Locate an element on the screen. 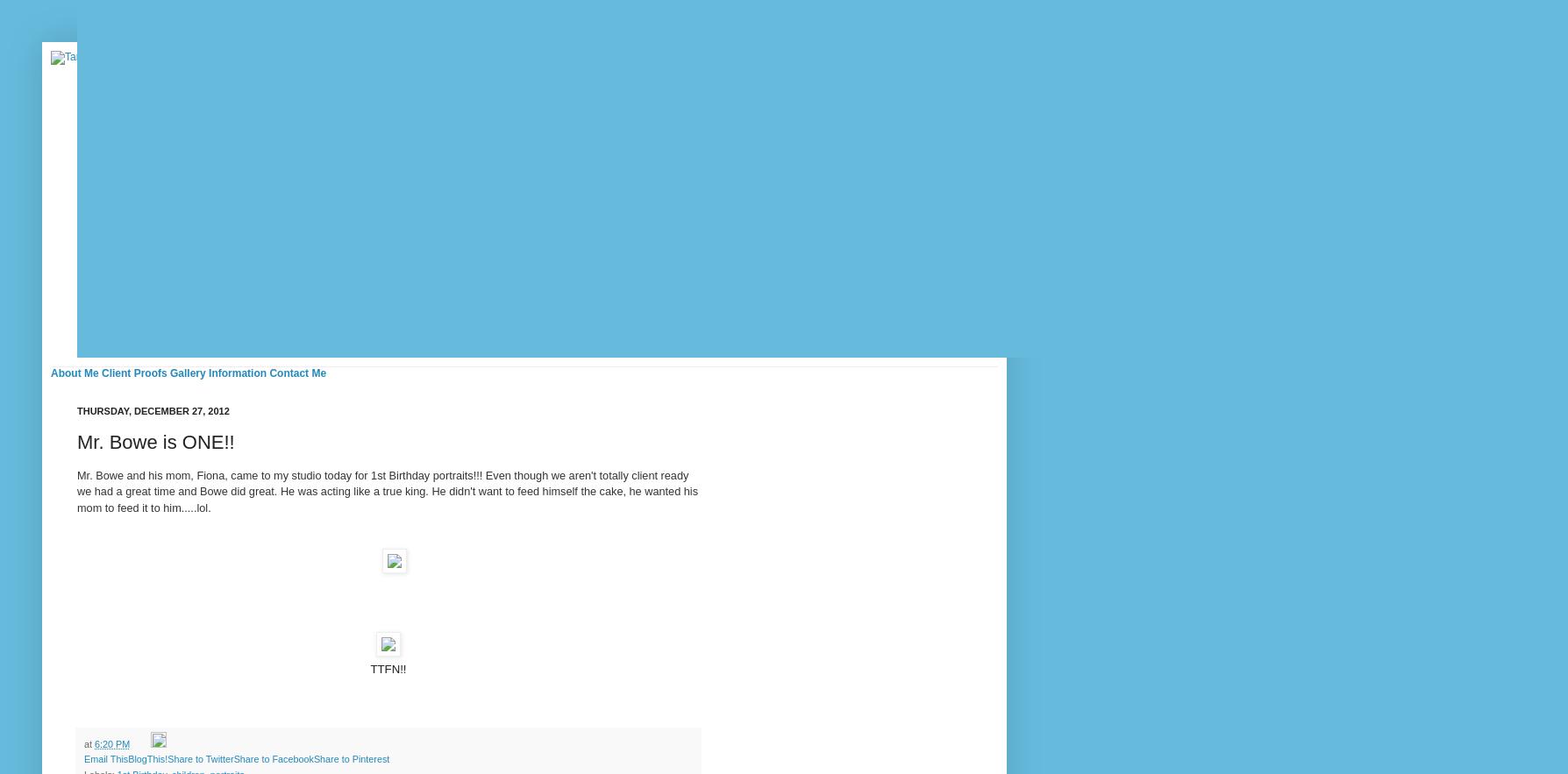 The image size is (1568, 774). 'Mr. Bowe is ONE!!' is located at coordinates (155, 441).